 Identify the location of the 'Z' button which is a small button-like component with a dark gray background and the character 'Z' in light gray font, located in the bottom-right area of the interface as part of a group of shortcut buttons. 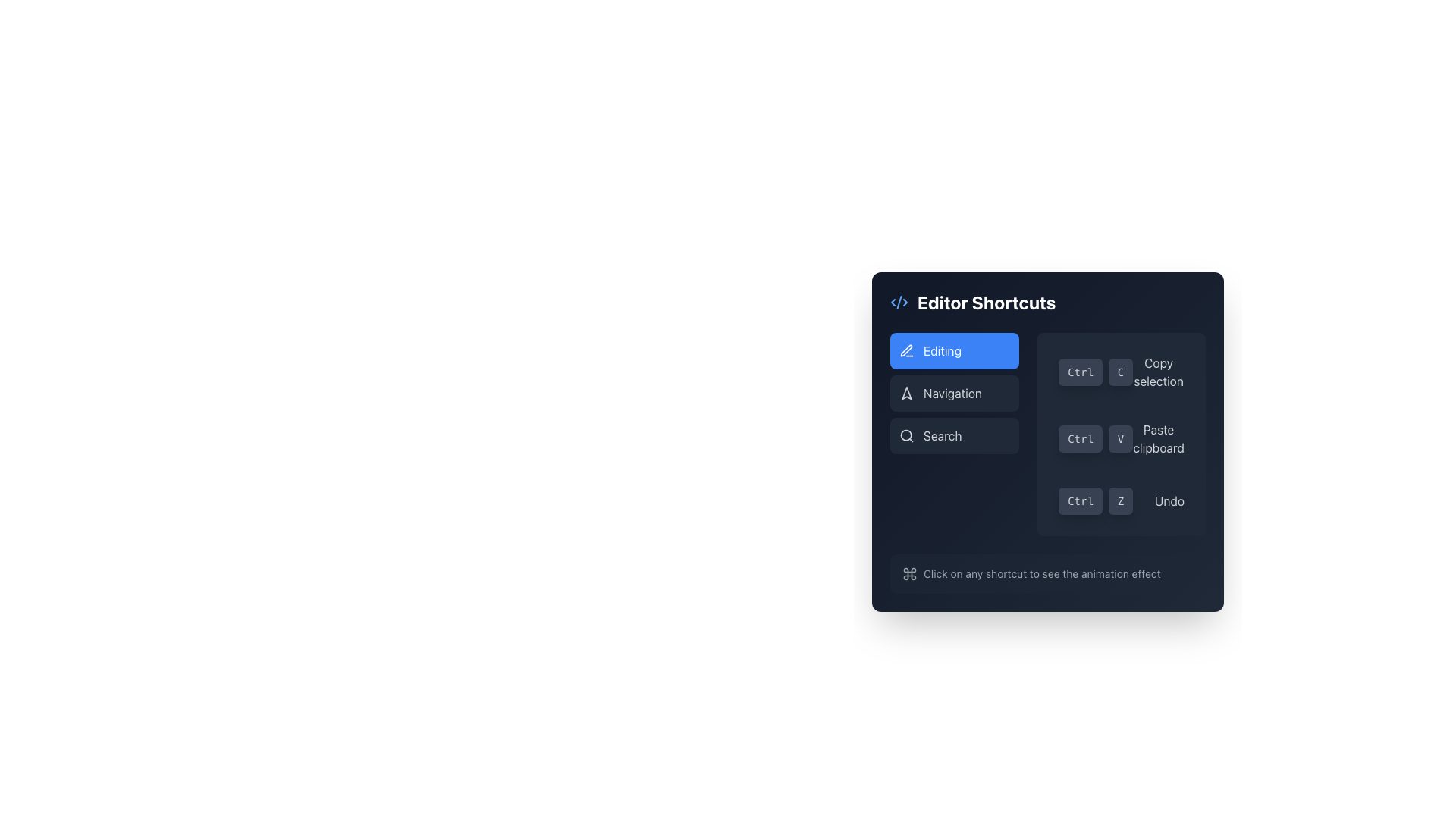
(1121, 500).